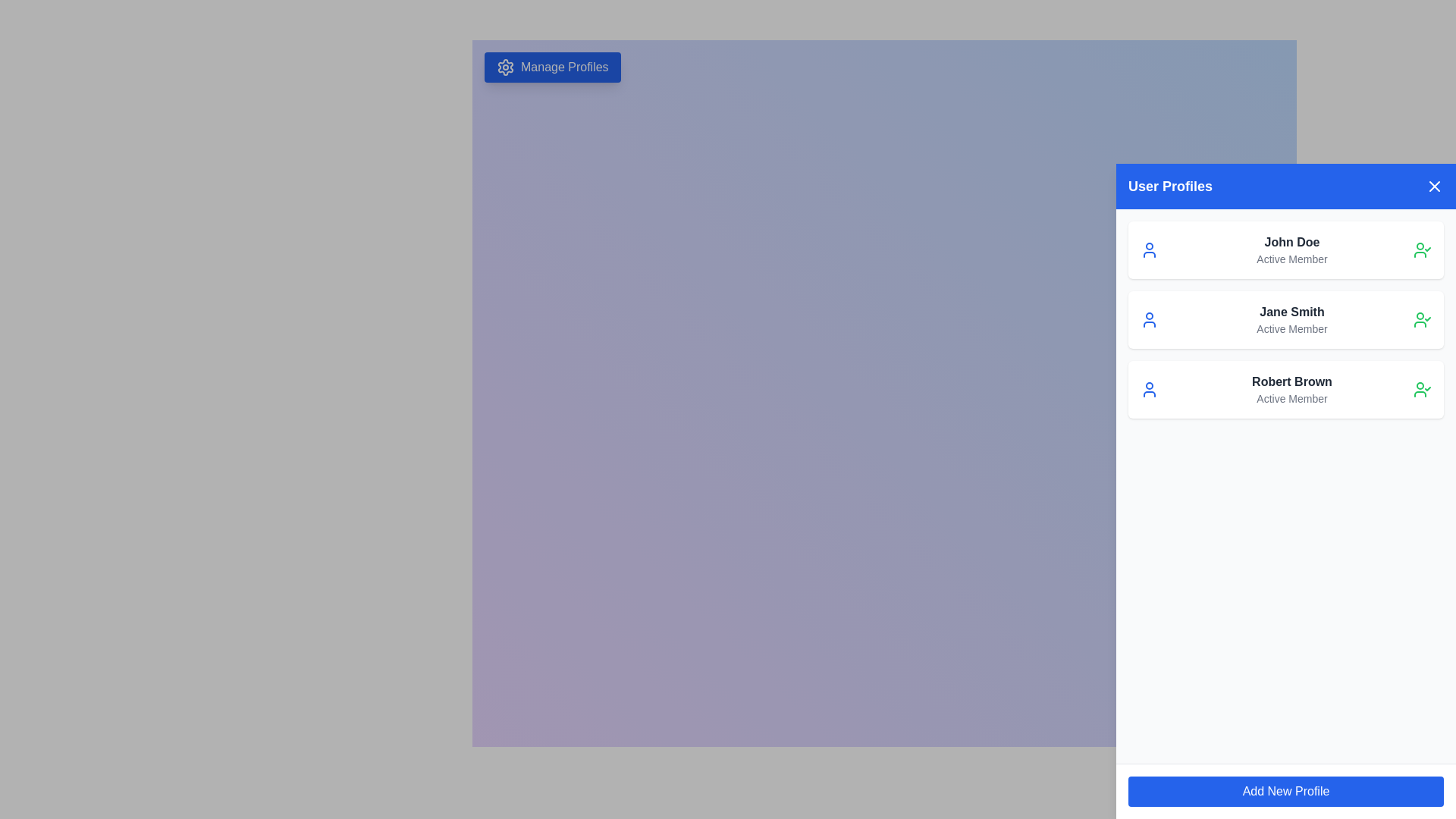  Describe the element at coordinates (1433, 186) in the screenshot. I see `the close button with a white 'X' icon in the top-right corner of the blue title bar labeled 'User Profiles'` at that location.